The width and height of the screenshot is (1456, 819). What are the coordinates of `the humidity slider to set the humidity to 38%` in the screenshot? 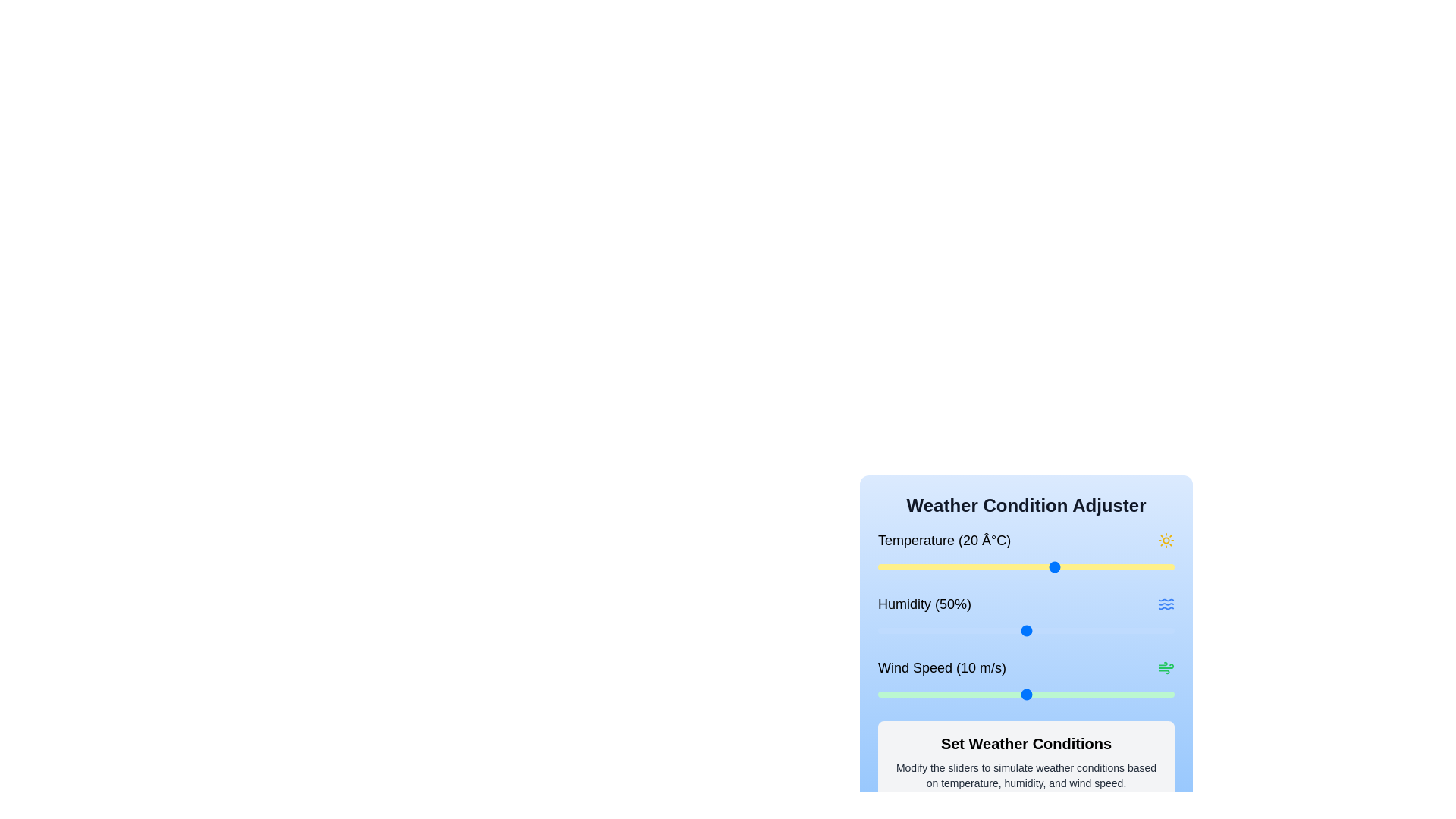 It's located at (990, 631).